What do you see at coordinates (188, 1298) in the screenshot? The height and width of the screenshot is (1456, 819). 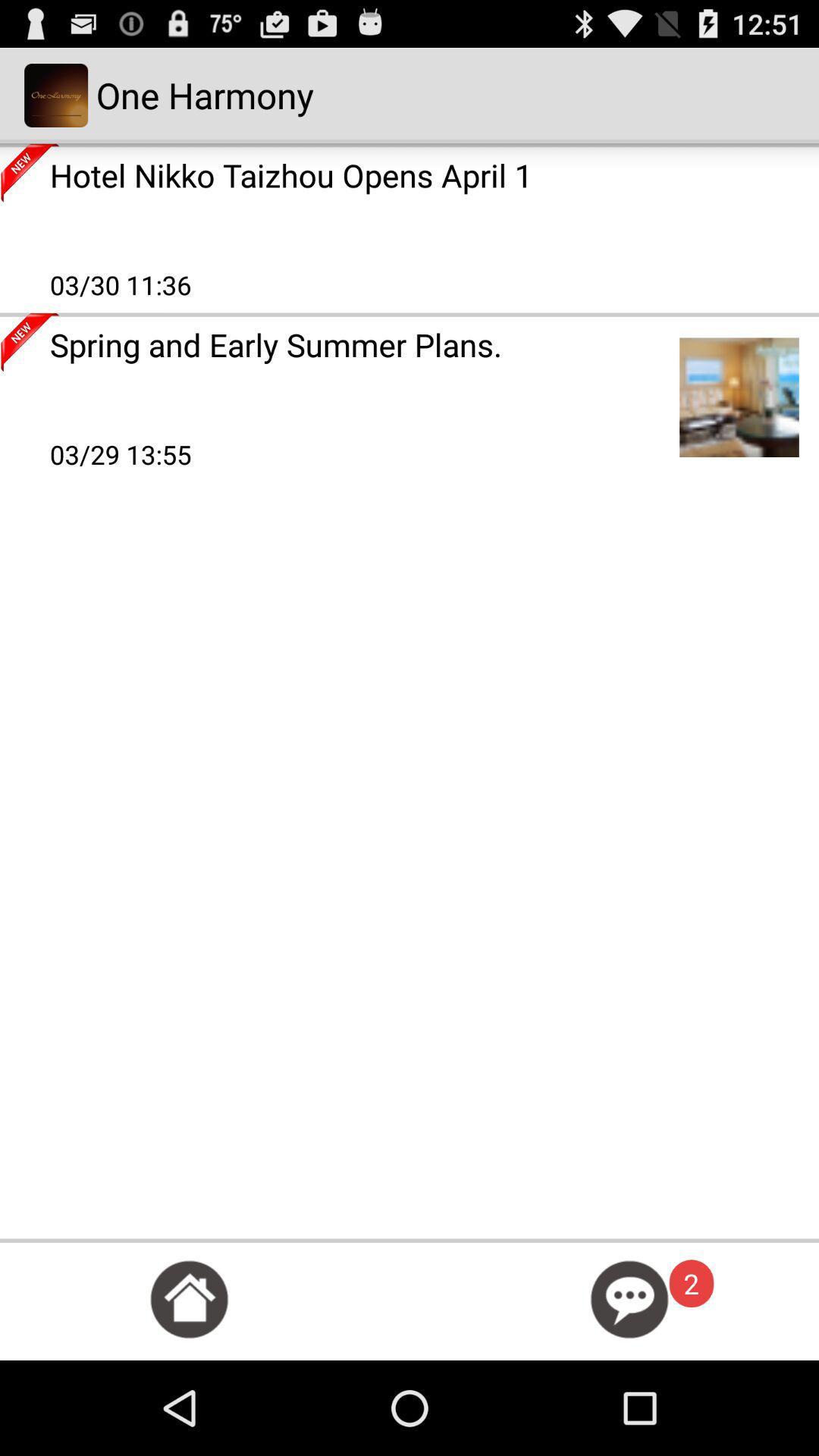 I see `home` at bounding box center [188, 1298].